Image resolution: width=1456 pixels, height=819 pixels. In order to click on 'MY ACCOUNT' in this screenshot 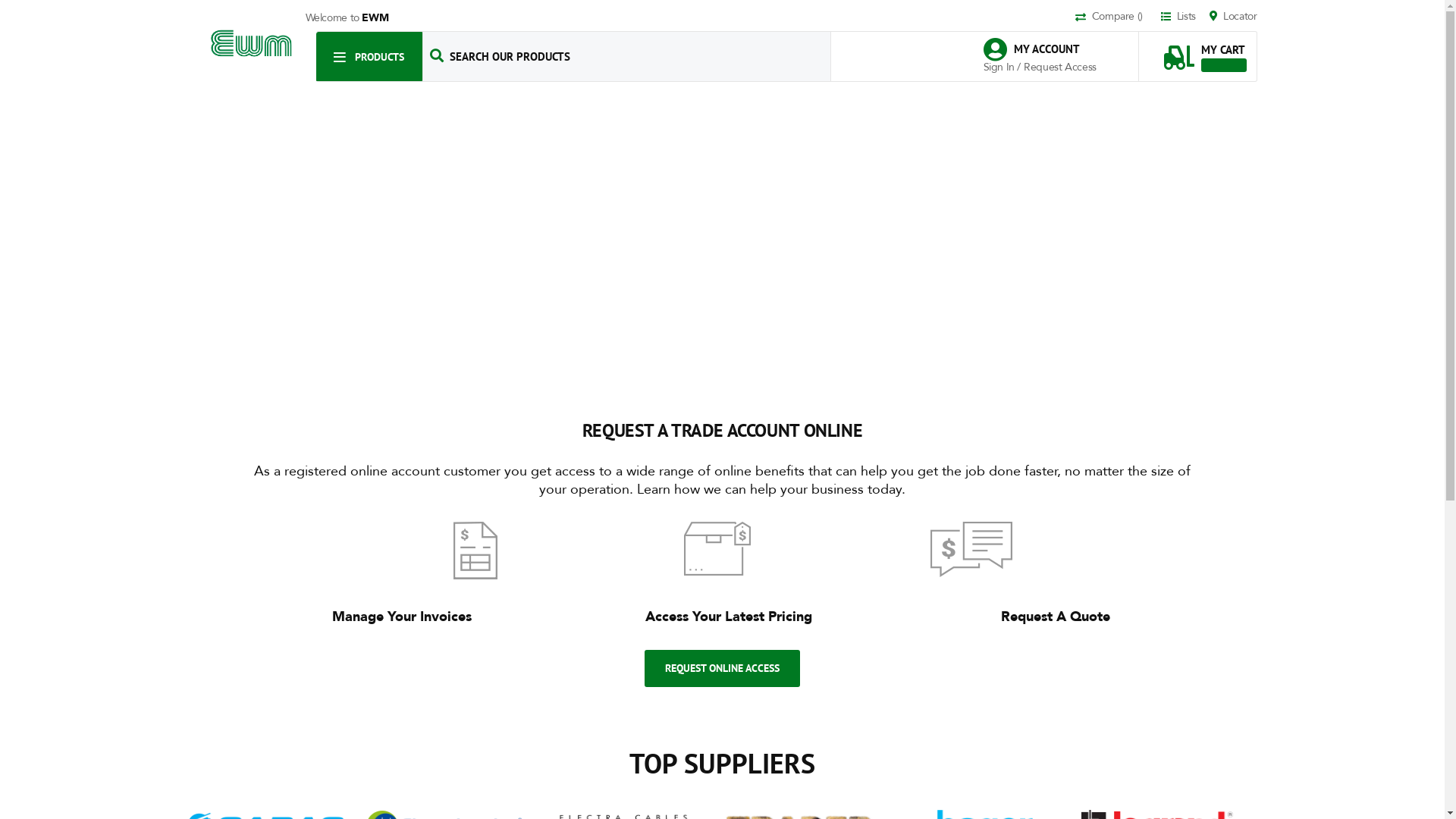, I will do `click(1038, 49)`.